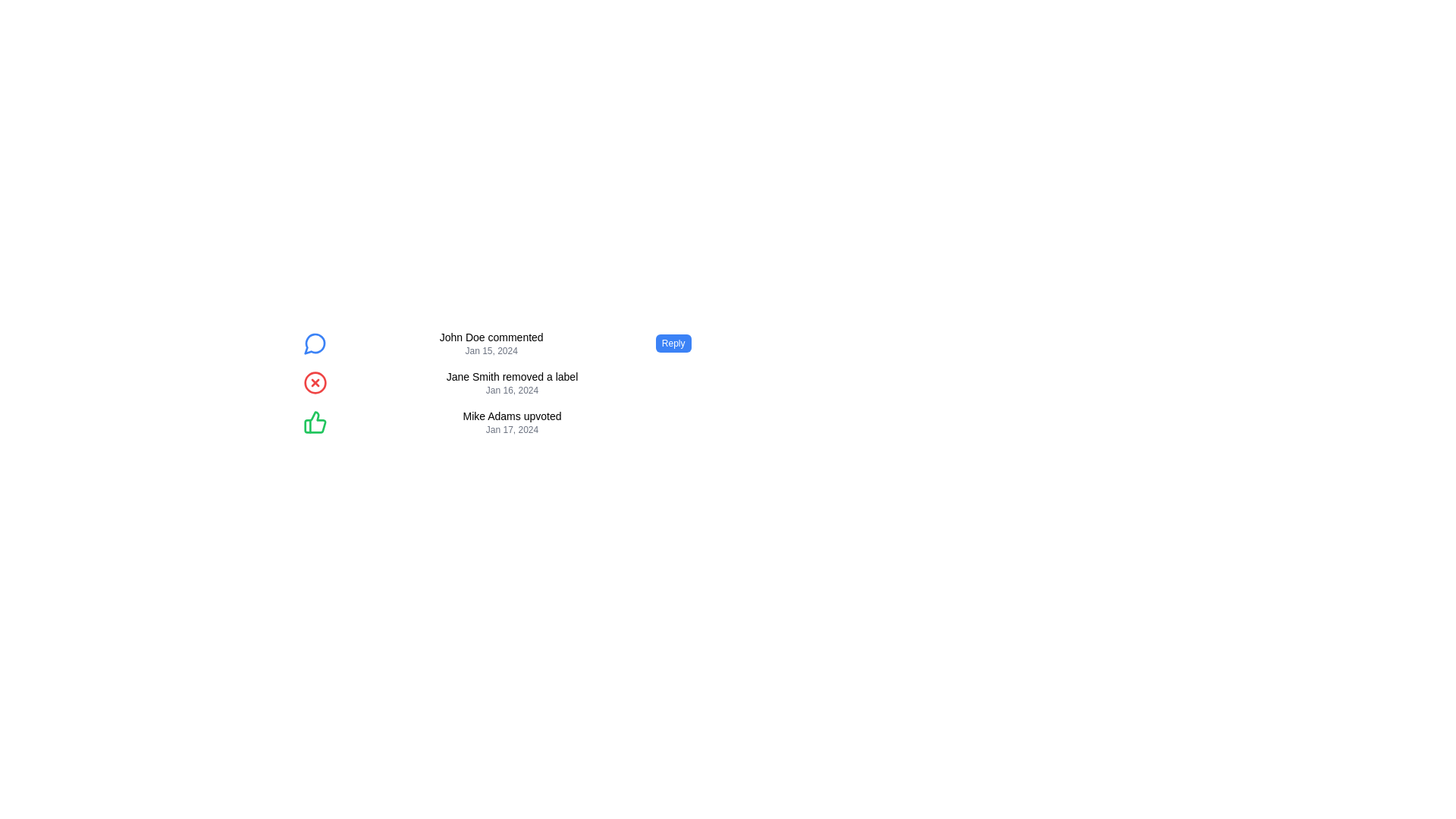 Image resolution: width=1456 pixels, height=819 pixels. Describe the element at coordinates (497, 382) in the screenshot. I see `the text display area that shows the log entry "Jane Smith removed a label"` at that location.